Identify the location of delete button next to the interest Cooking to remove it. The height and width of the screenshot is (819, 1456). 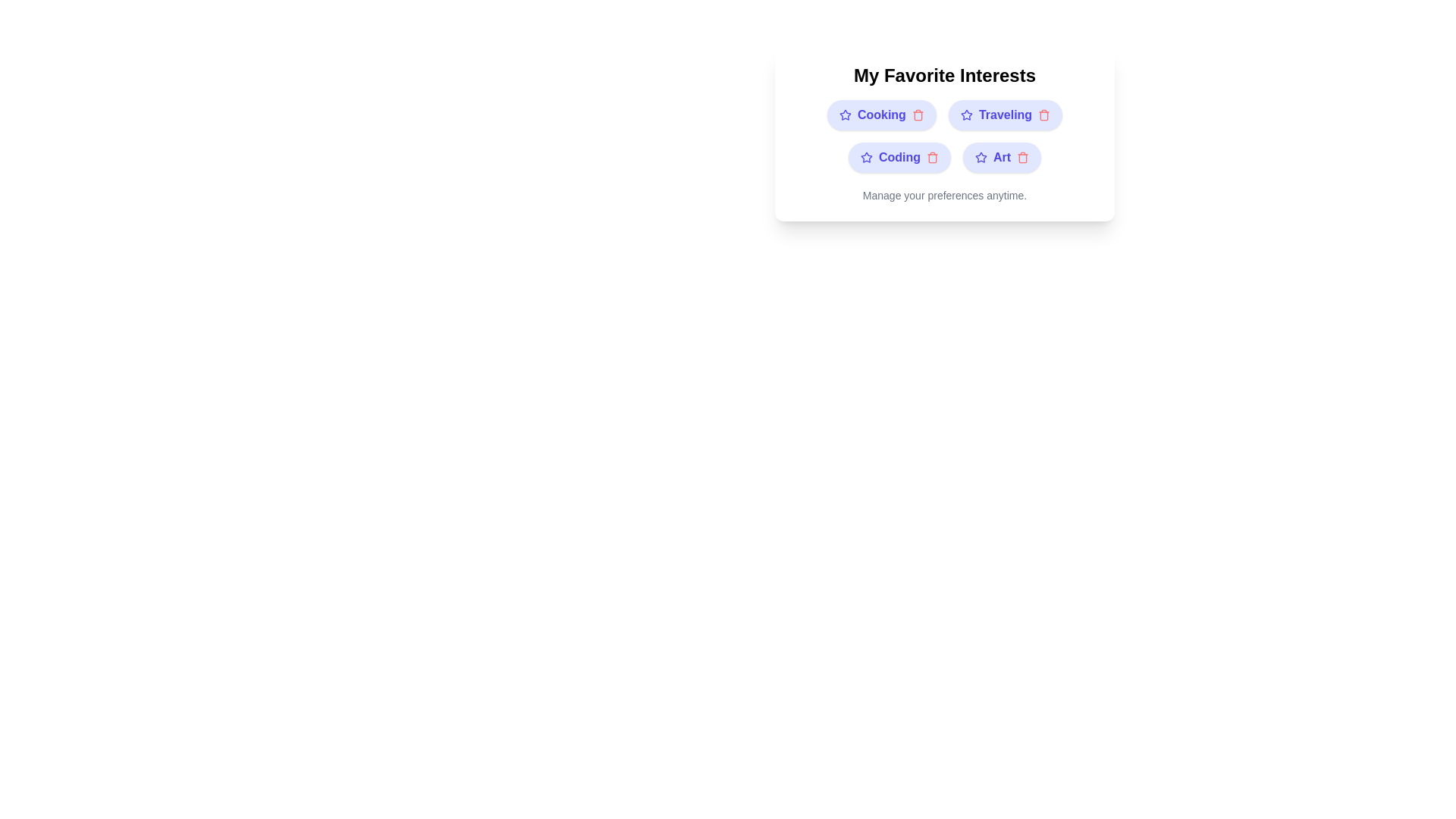
(917, 114).